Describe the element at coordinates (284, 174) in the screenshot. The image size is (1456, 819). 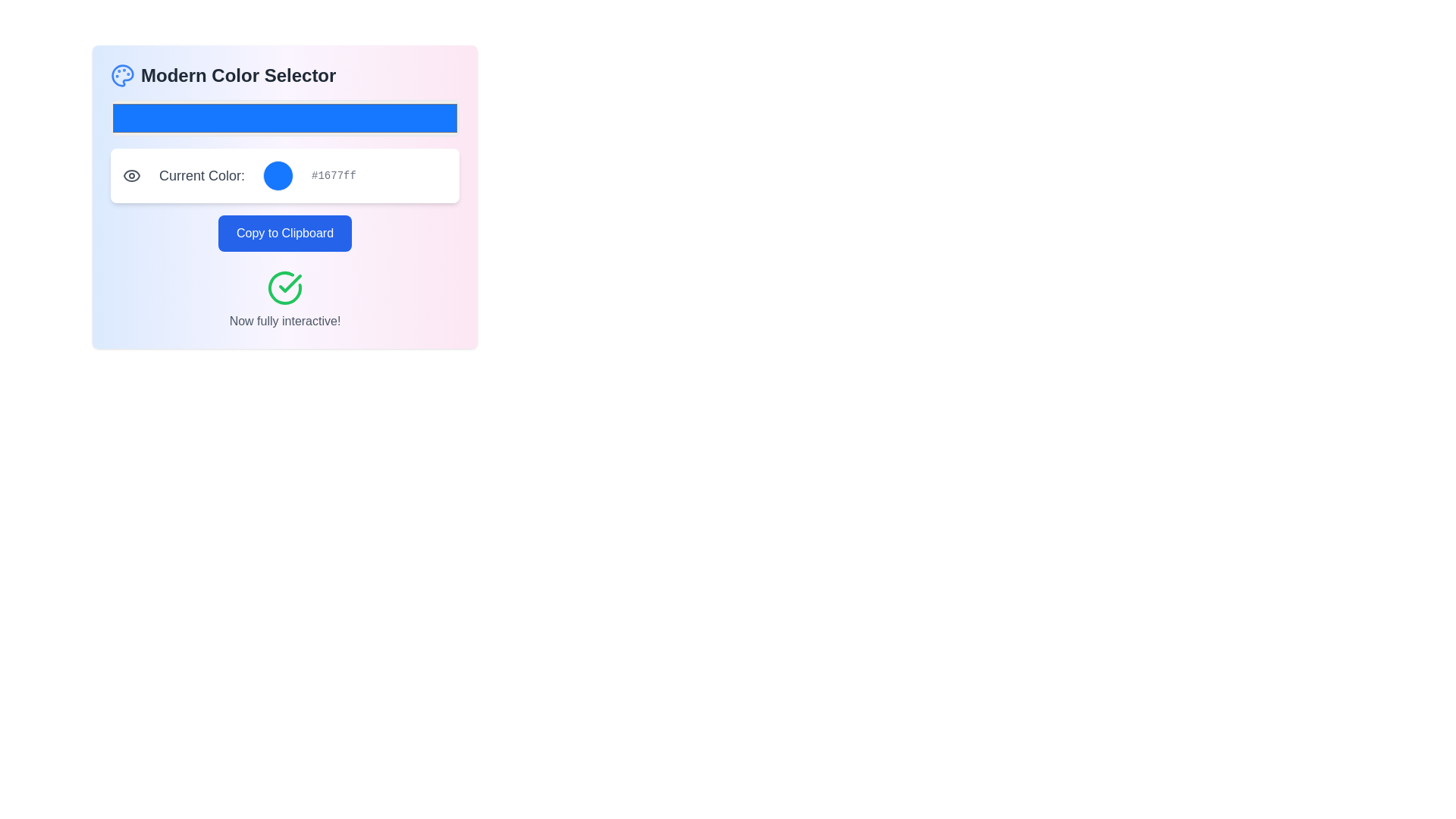
I see `the color code displayed in the Informational Card element that includes the text 'Current Color:', a blue-filled circular color indicator, and the hex color code '#1677ff'` at that location.